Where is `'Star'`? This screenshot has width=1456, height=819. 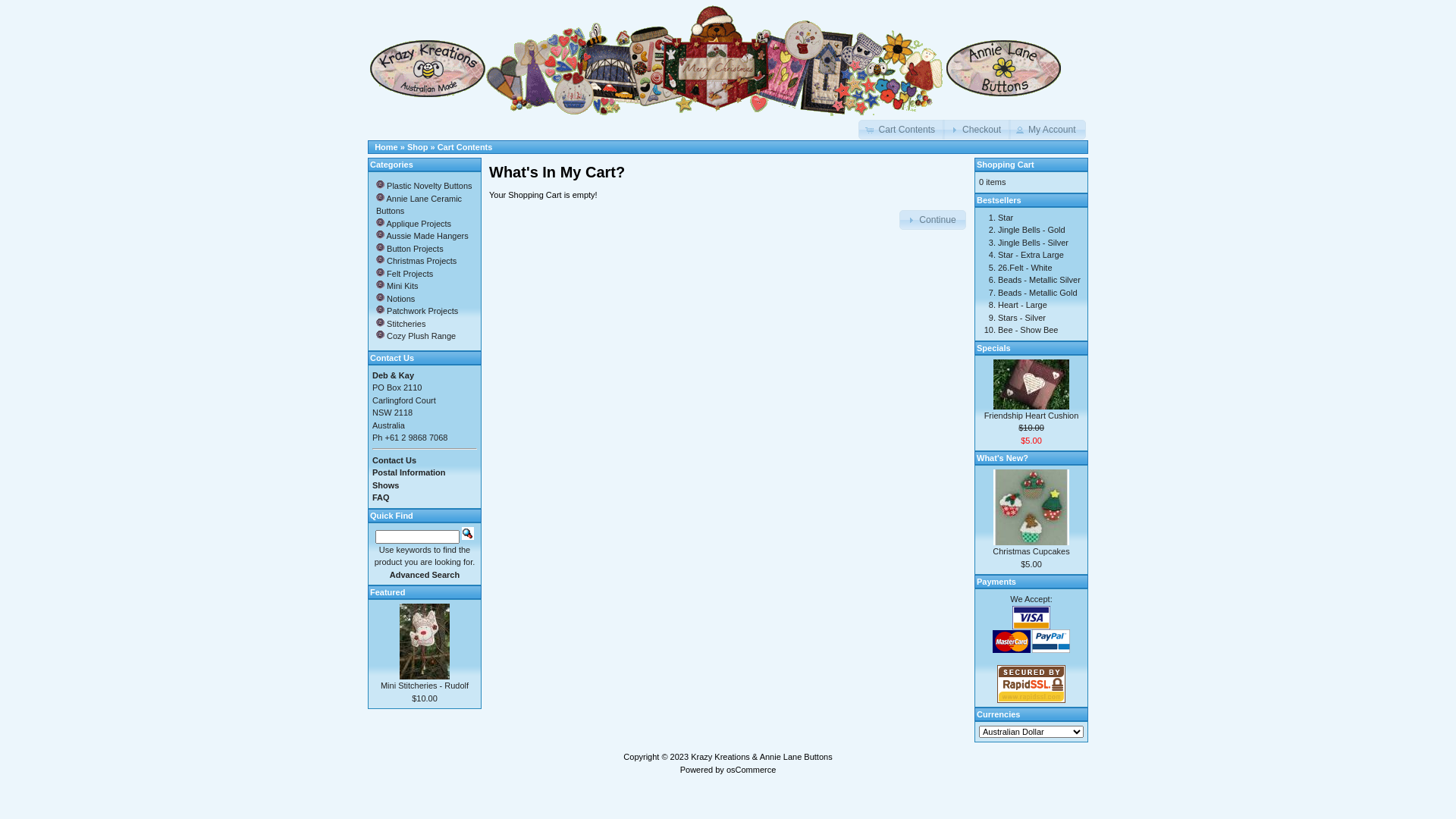 'Star' is located at coordinates (1005, 216).